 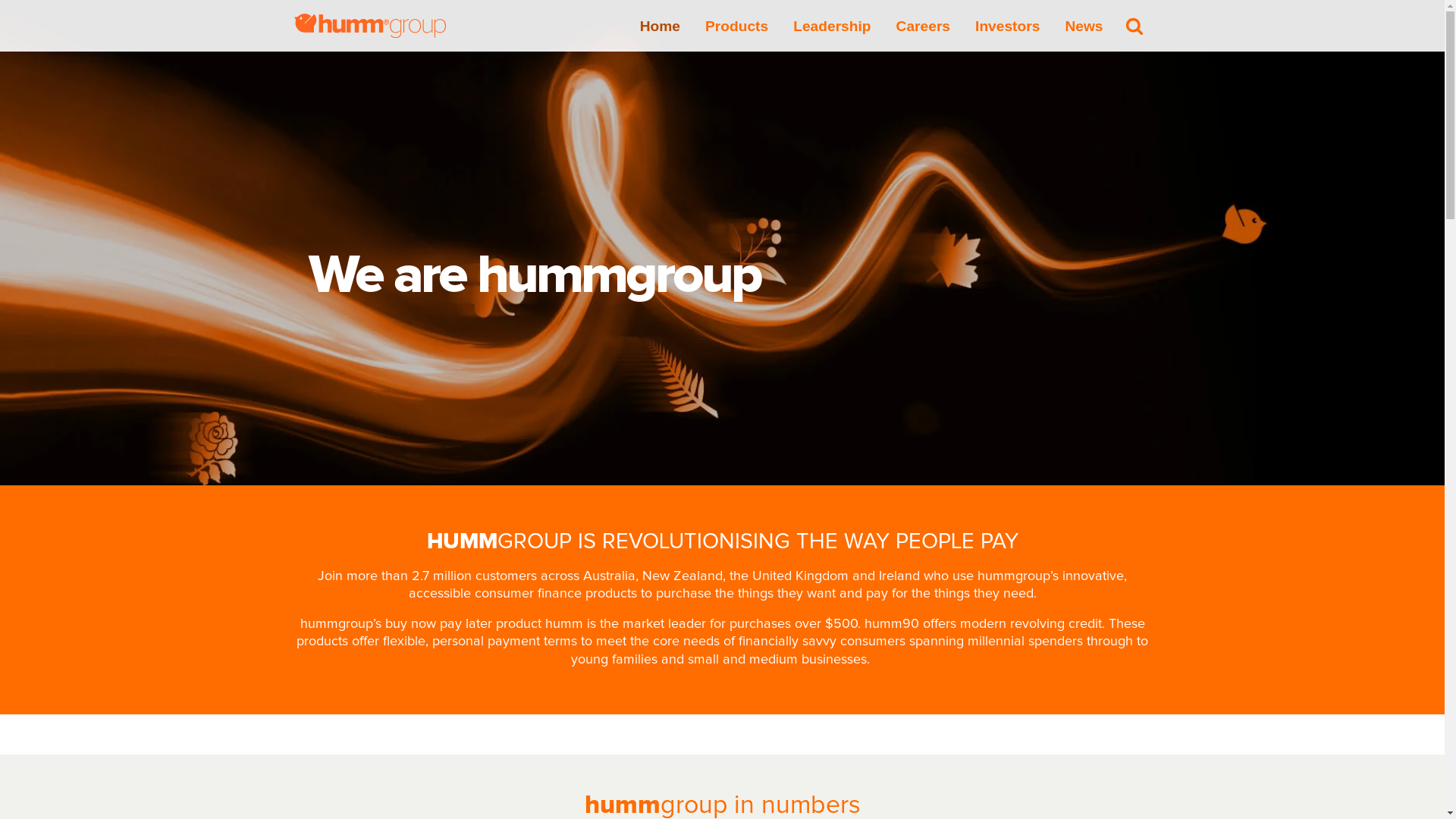 I want to click on 'Products', so click(x=736, y=25).